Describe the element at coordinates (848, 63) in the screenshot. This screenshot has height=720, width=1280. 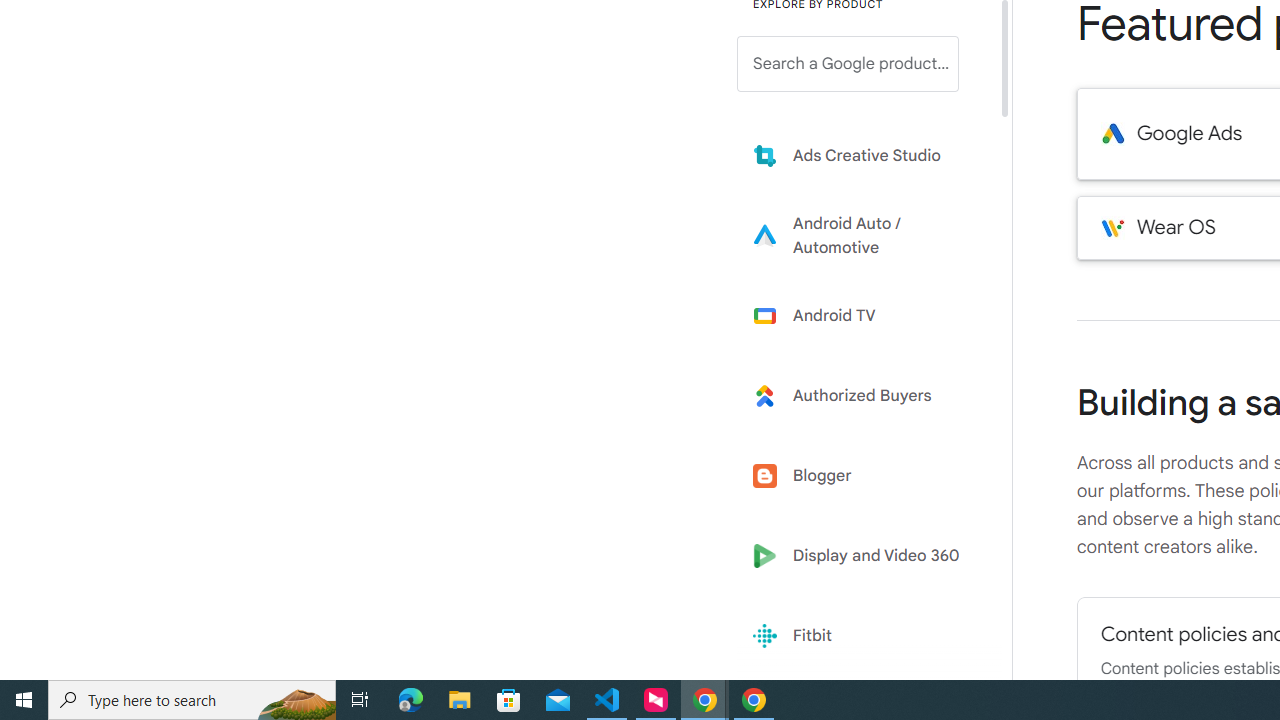
I see `'Search a Google product from below list.'` at that location.